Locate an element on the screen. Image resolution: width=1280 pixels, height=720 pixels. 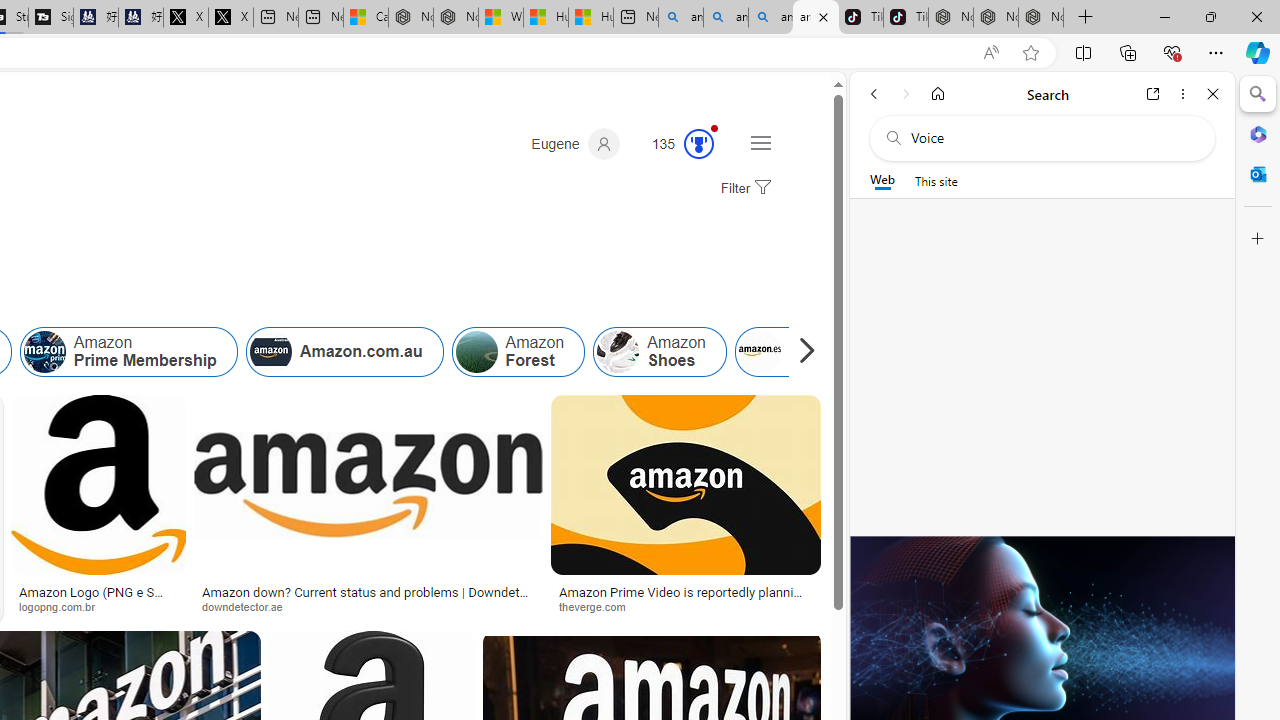
'downdetector.ae' is located at coordinates (368, 605).